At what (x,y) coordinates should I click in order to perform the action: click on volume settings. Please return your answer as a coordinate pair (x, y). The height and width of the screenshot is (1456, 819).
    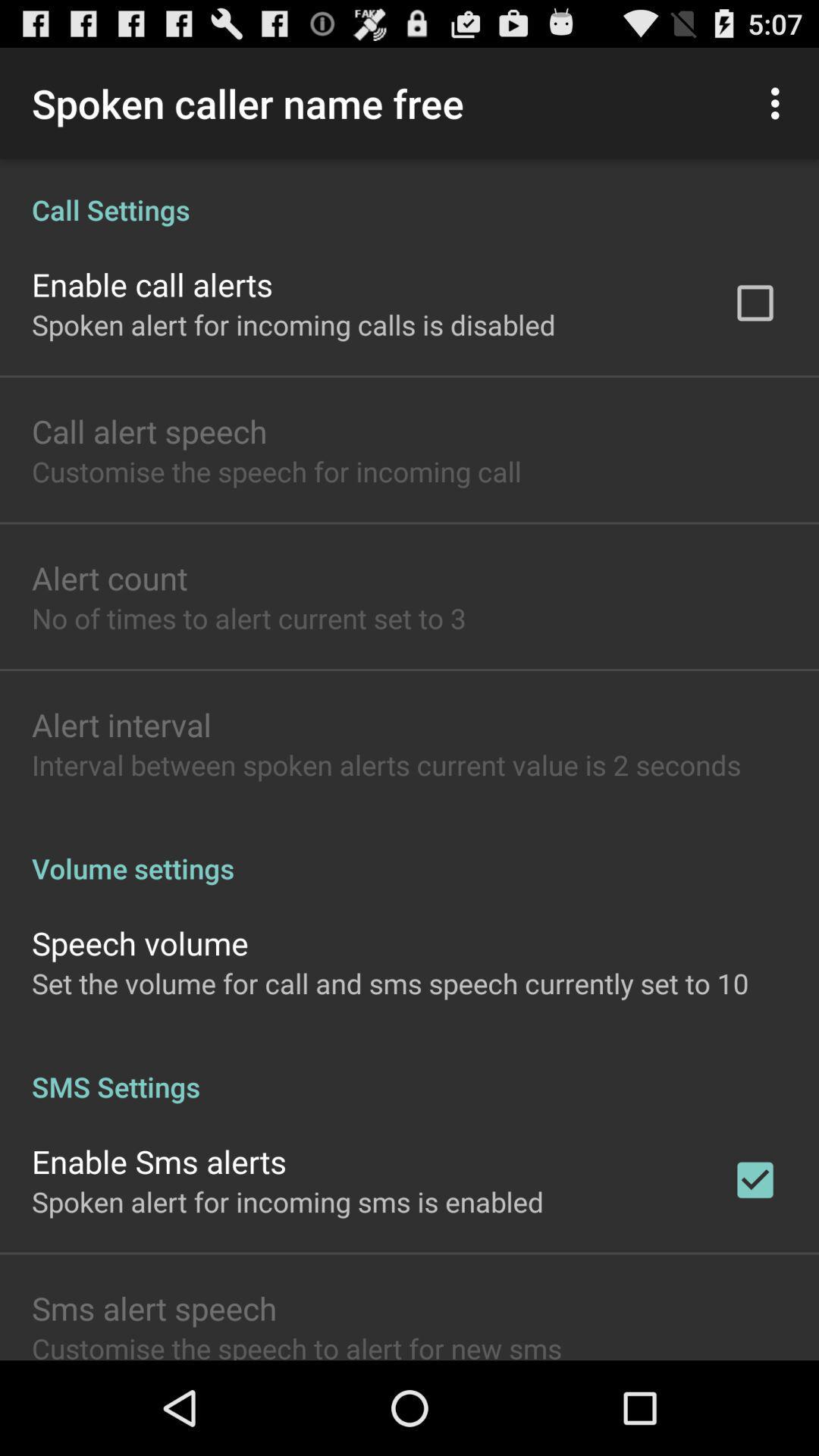
    Looking at the image, I should click on (409, 852).